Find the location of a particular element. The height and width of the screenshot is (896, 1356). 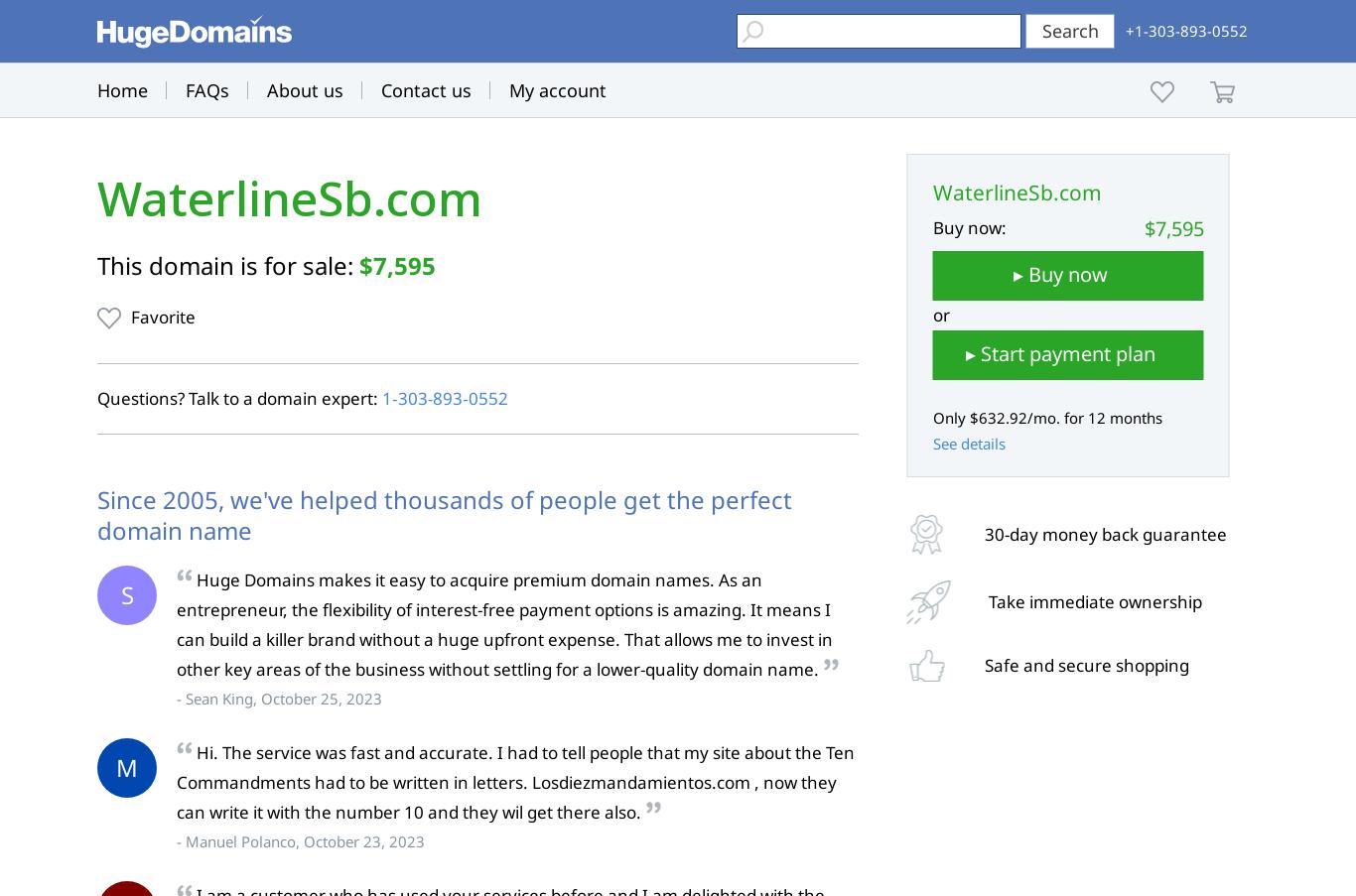

'1‑303‑893‑0552' is located at coordinates (444, 397).